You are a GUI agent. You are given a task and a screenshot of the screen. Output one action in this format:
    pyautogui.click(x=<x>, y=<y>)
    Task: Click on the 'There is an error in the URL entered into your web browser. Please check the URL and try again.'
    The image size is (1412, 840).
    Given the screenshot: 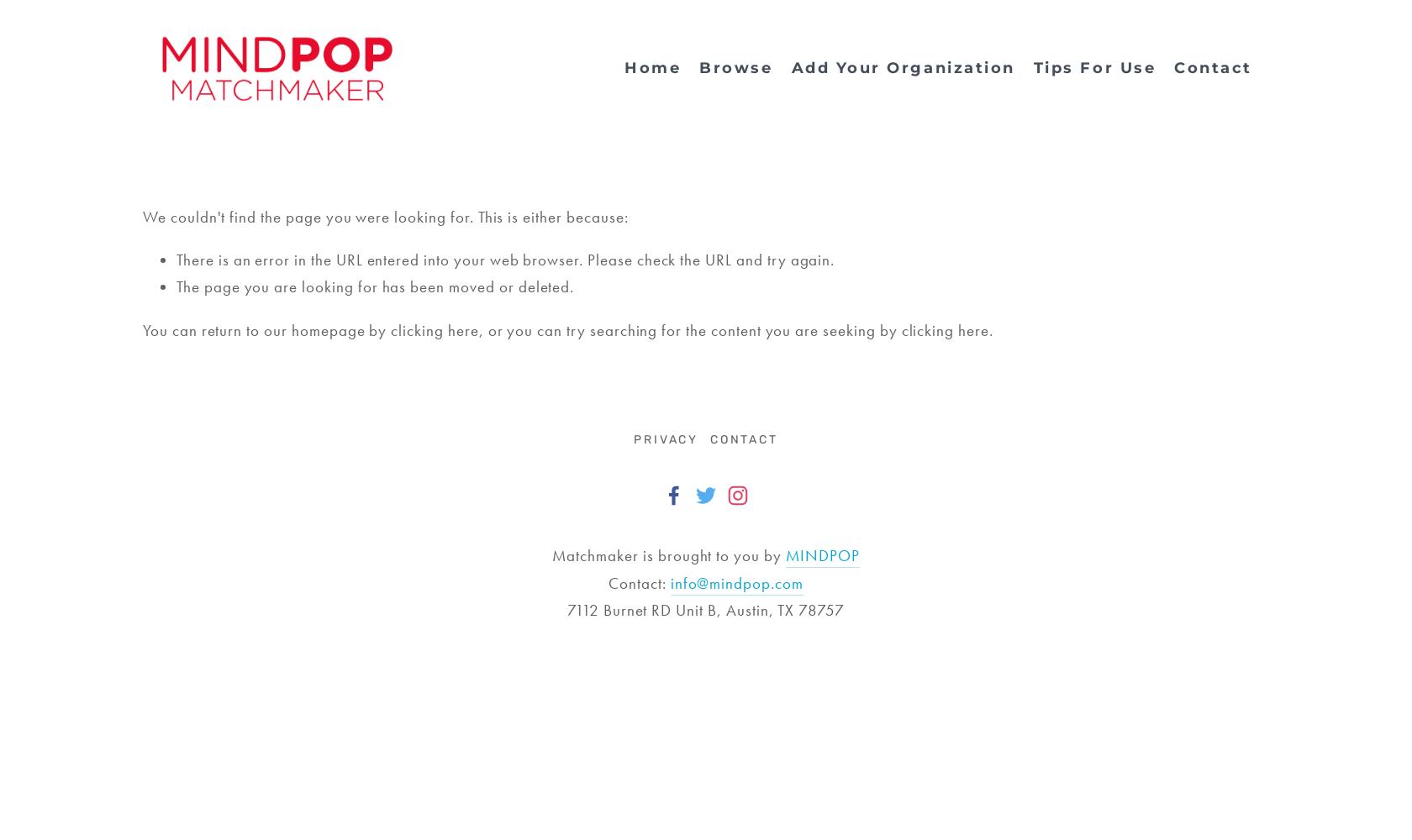 What is the action you would take?
    pyautogui.click(x=505, y=260)
    